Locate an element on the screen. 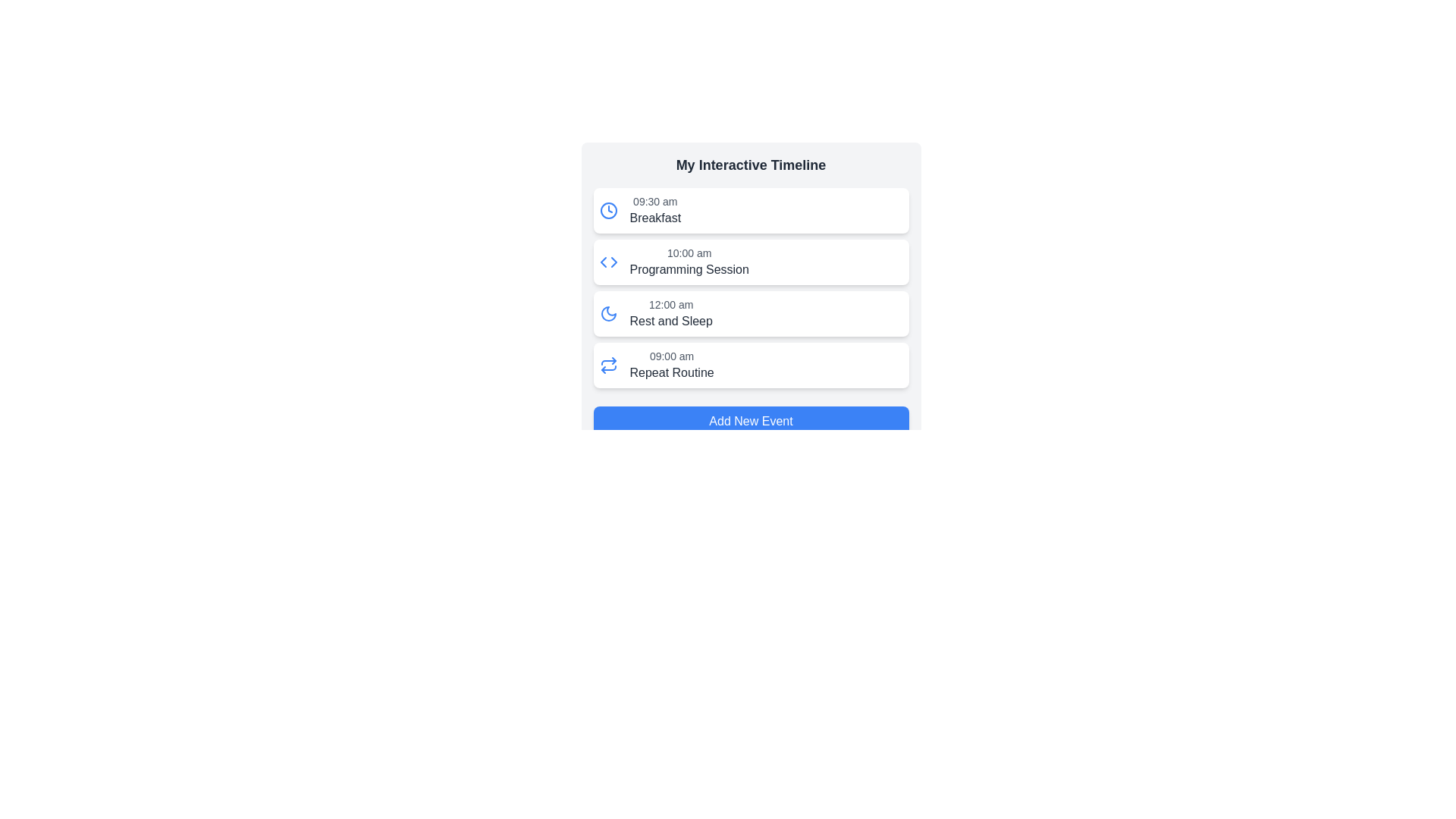 The height and width of the screenshot is (819, 1456). the timeline list item displaying '12:00 am' and 'Rest and Sleep', which is the third entry in the vertical list of tasks, to engage with associated elements in the same row is located at coordinates (670, 312).